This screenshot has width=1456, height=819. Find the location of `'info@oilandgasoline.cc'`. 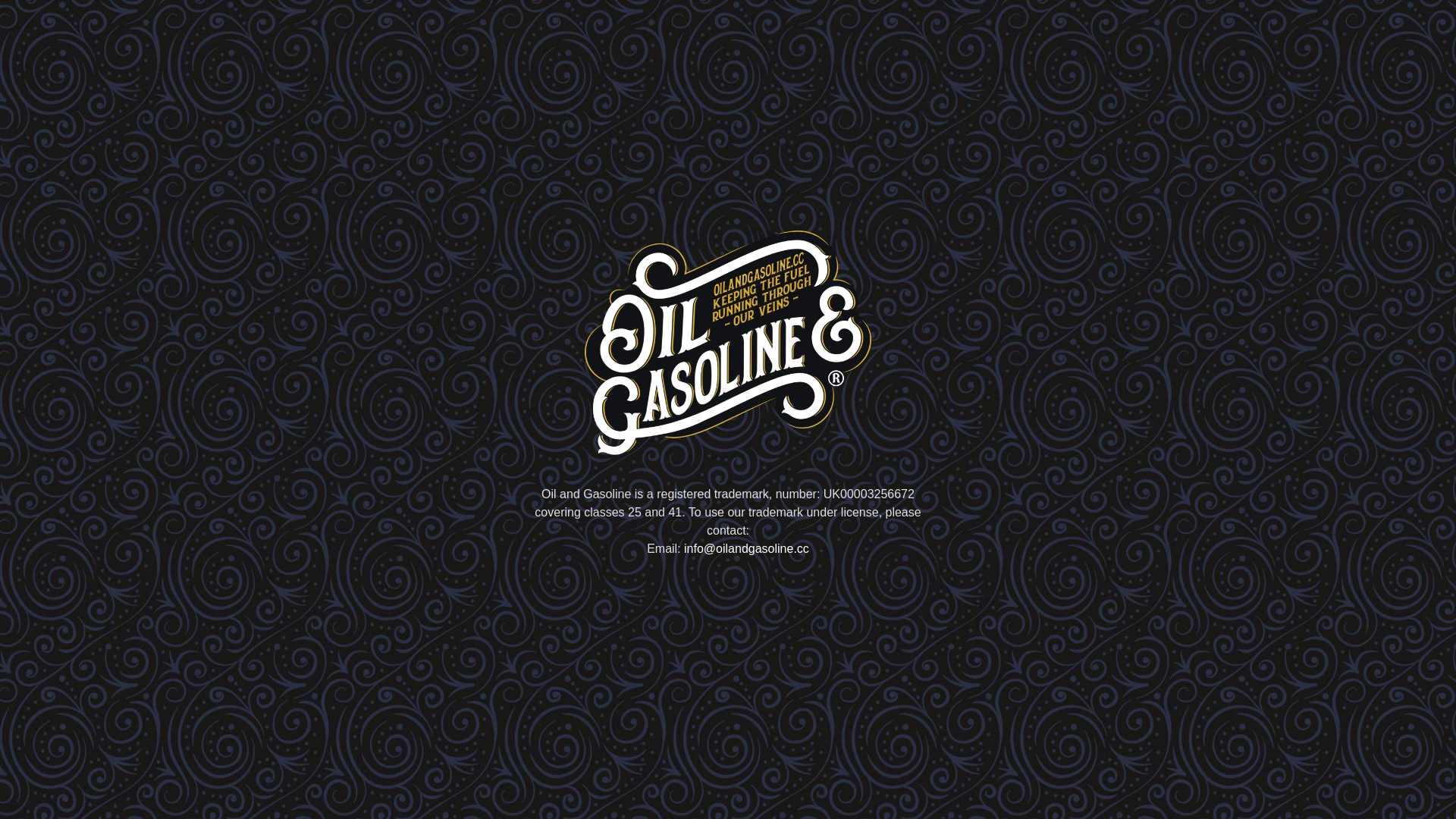

'info@oilandgasoline.cc' is located at coordinates (683, 548).